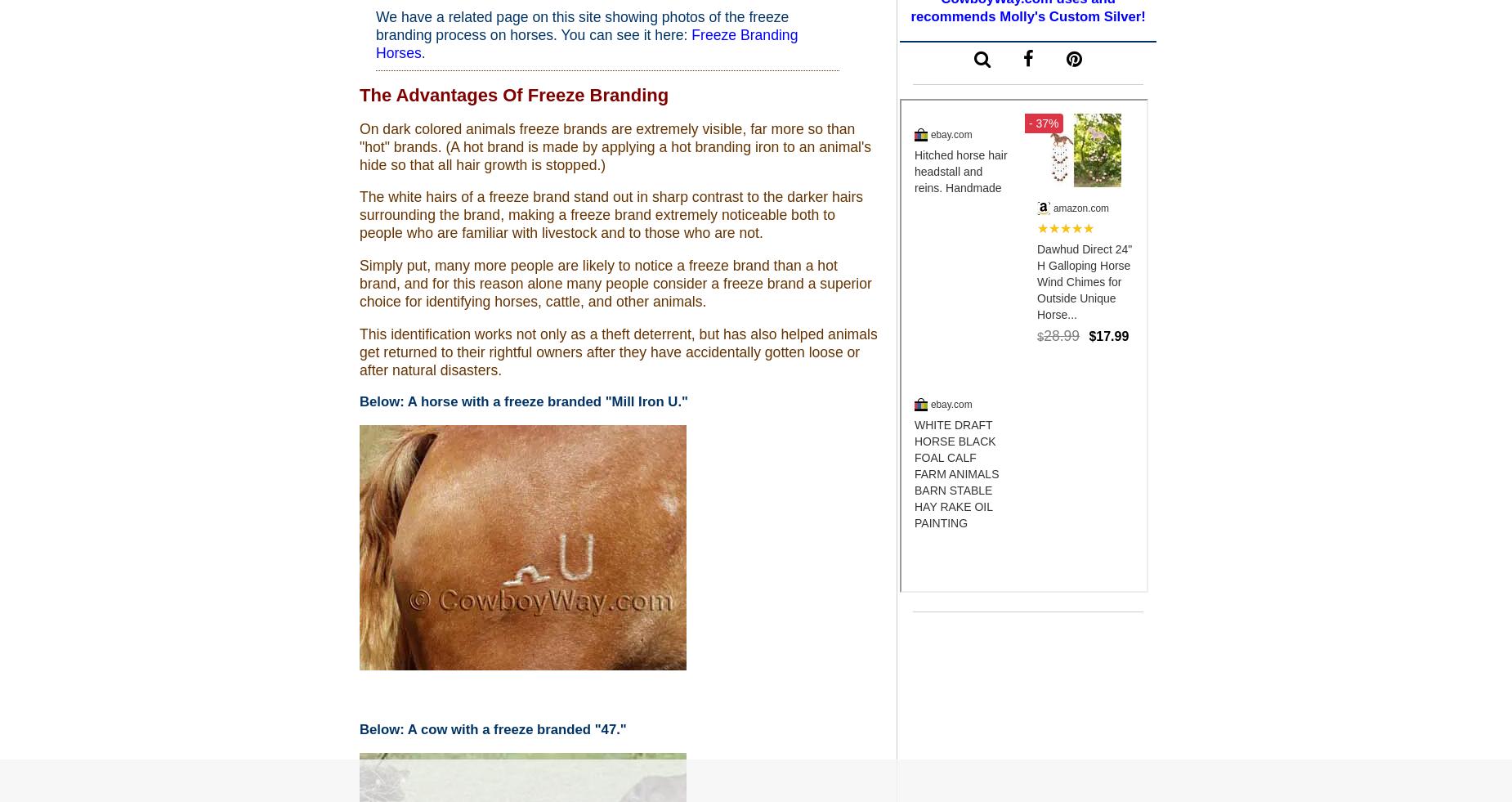 The height and width of the screenshot is (802, 1512). What do you see at coordinates (423, 51) in the screenshot?
I see `'.'` at bounding box center [423, 51].